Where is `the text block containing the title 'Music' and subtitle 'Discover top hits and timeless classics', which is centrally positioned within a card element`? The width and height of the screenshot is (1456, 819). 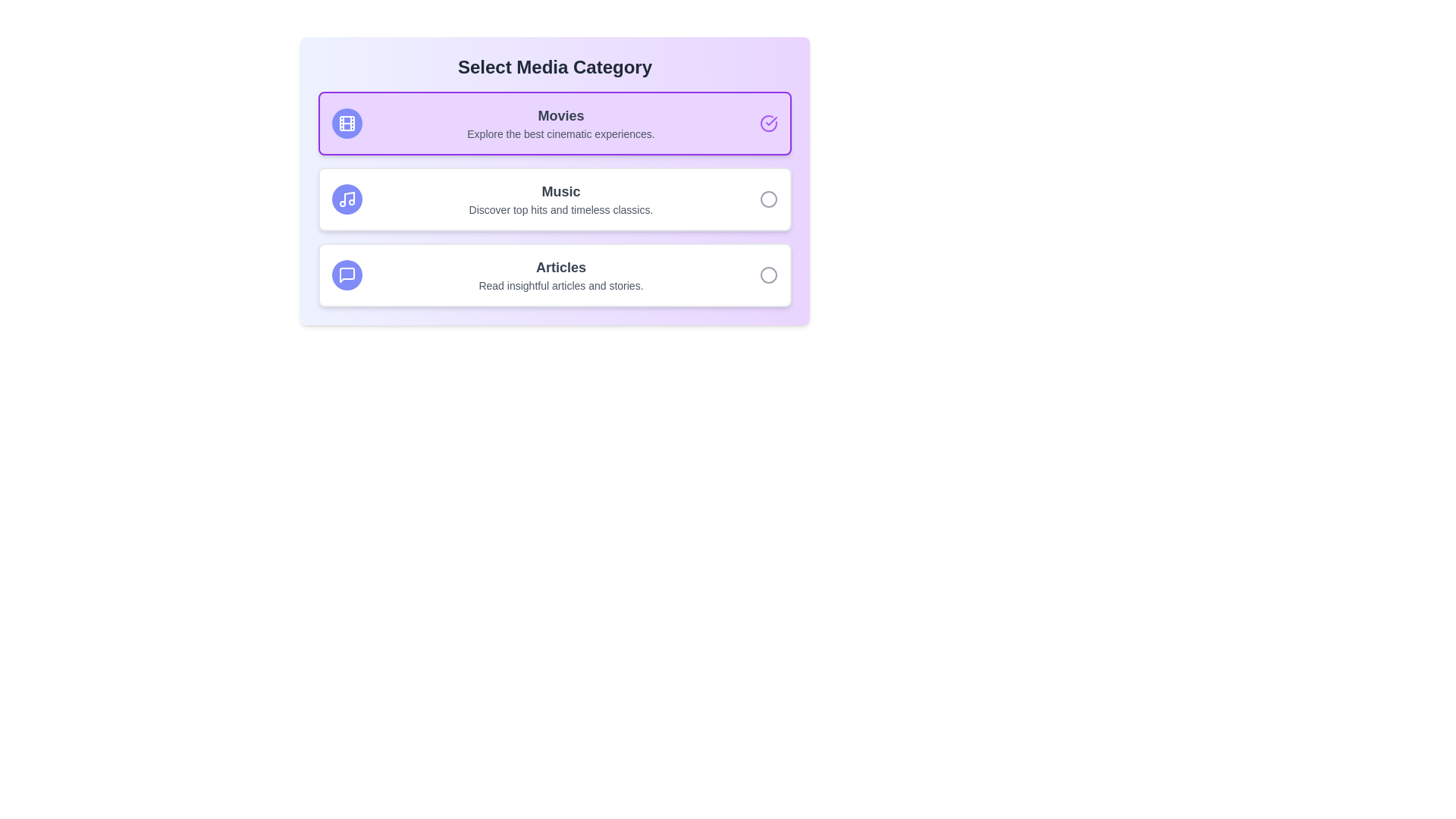
the text block containing the title 'Music' and subtitle 'Discover top hits and timeless classics', which is centrally positioned within a card element is located at coordinates (560, 198).